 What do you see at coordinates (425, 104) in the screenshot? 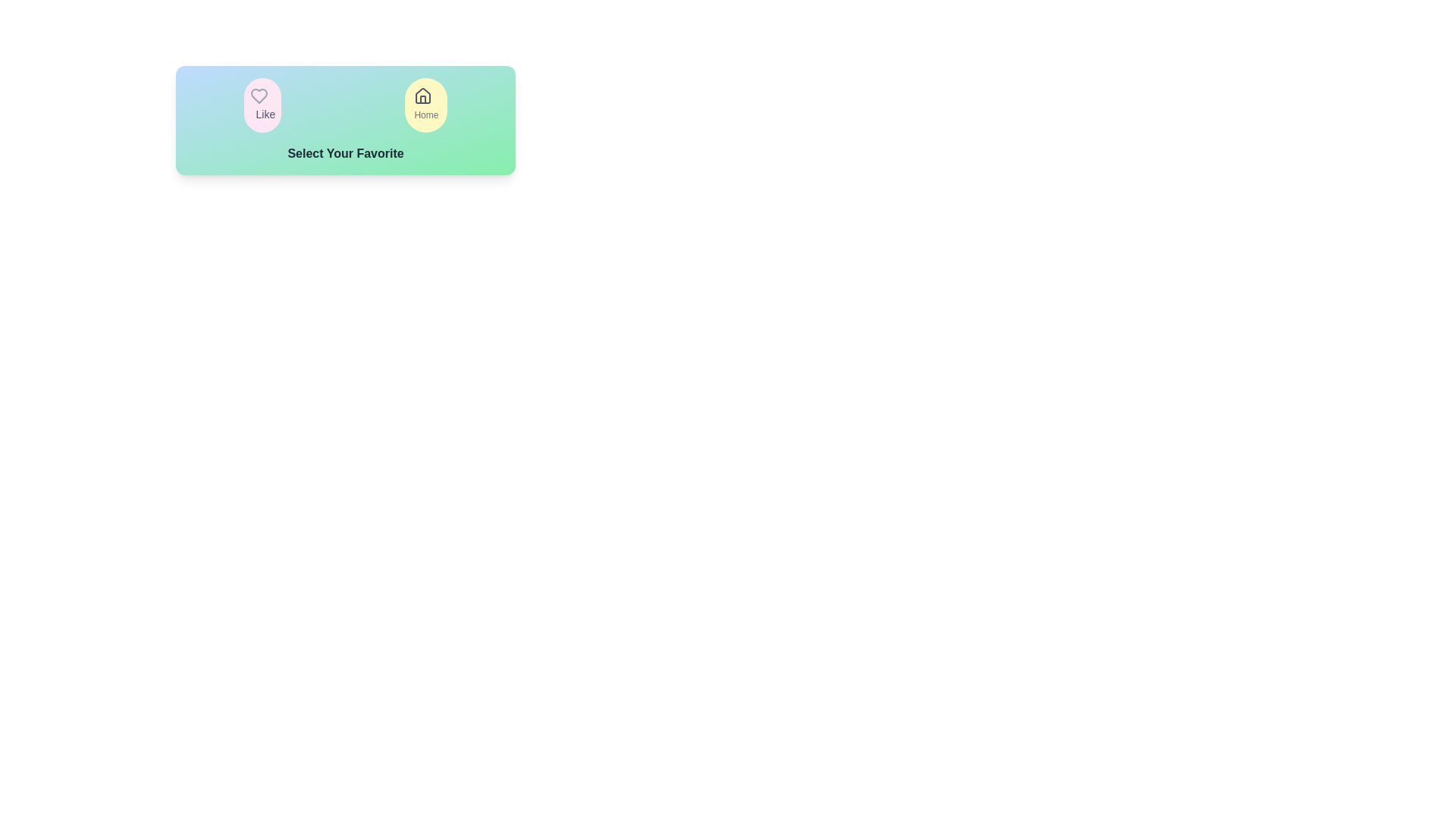
I see `the circular button with a yellow background and house icon labeled 'Home'` at bounding box center [425, 104].